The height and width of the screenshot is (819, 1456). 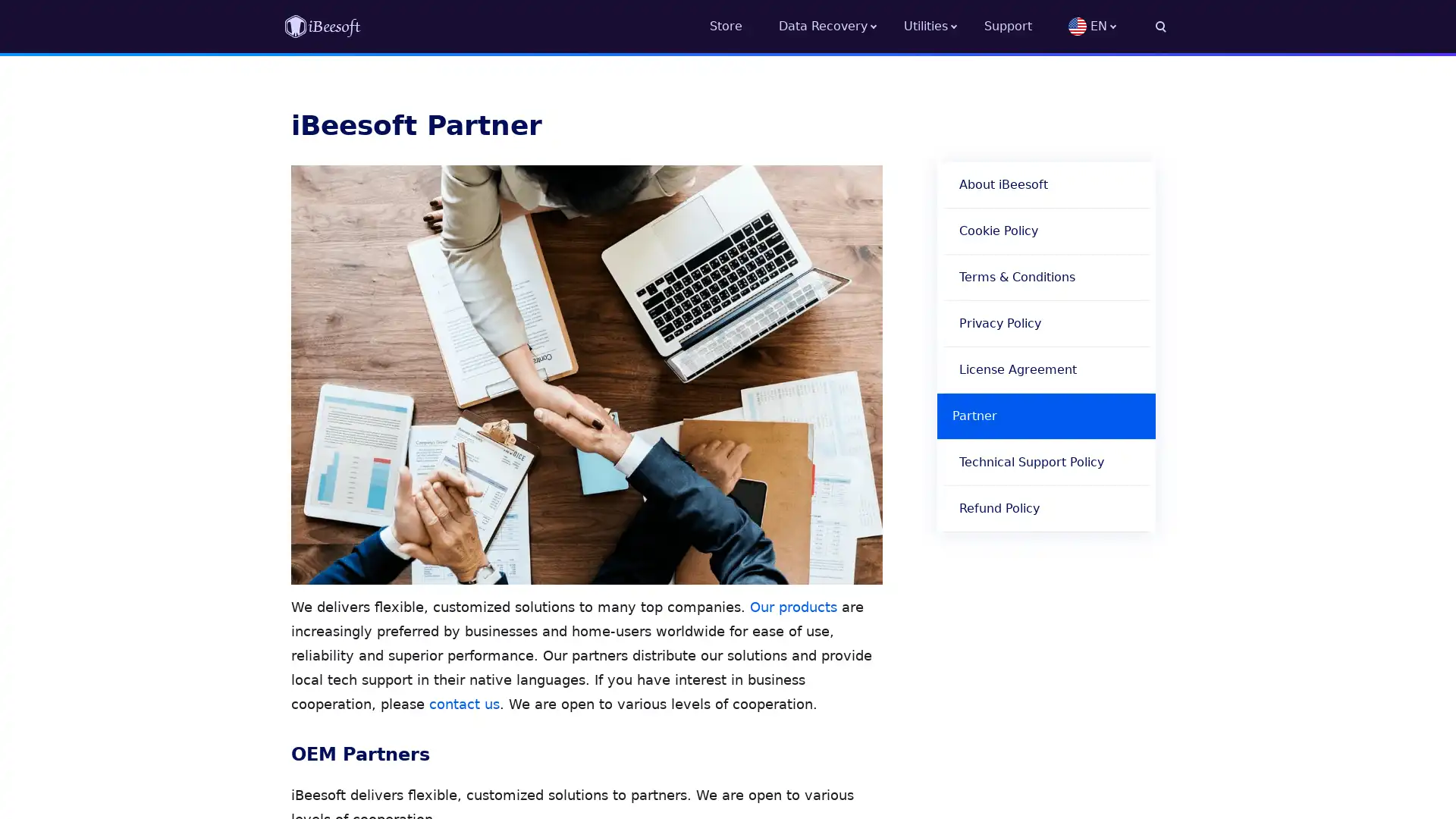 What do you see at coordinates (1117, 26) in the screenshot?
I see `languages` at bounding box center [1117, 26].